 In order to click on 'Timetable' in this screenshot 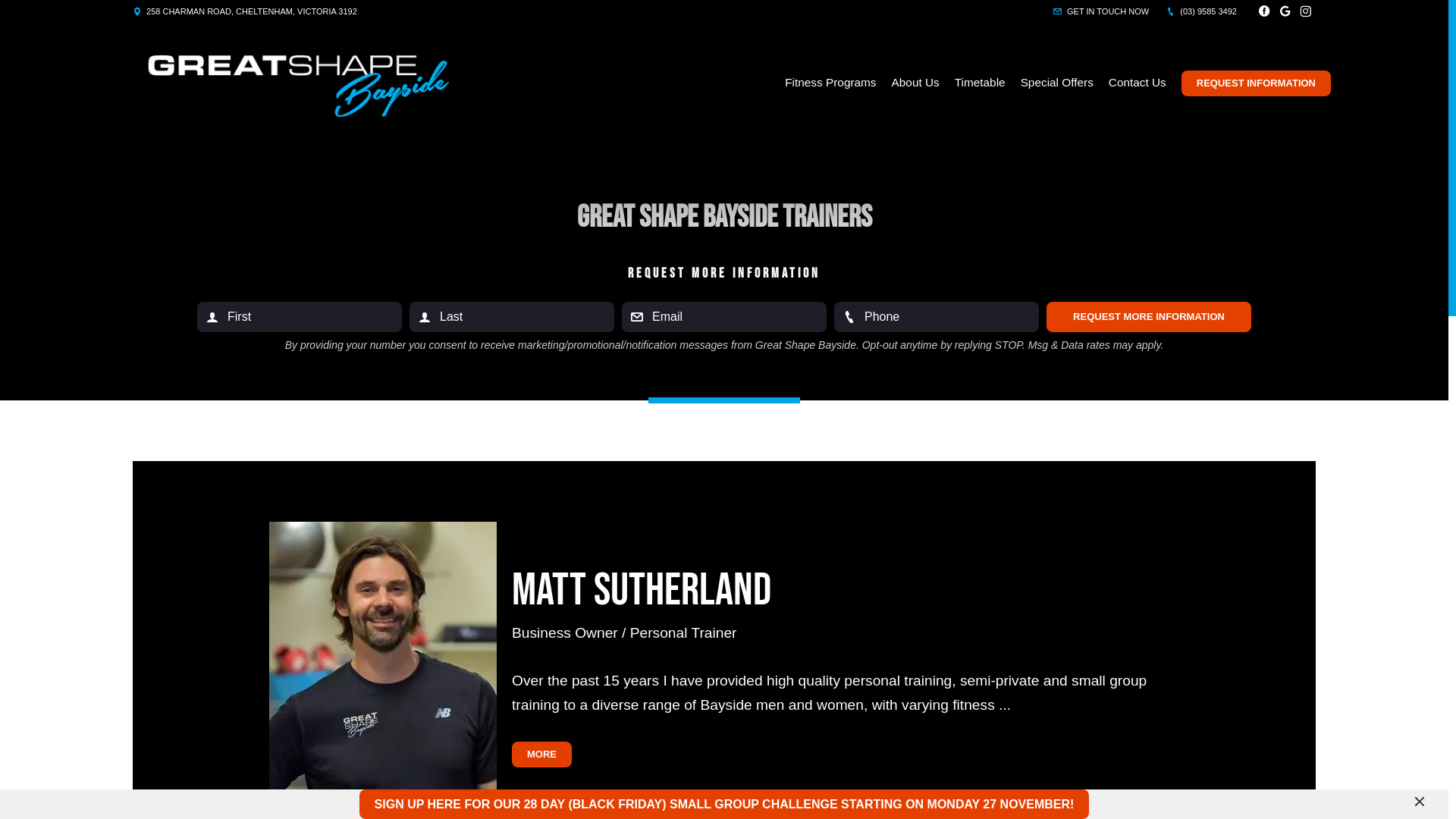, I will do `click(980, 82)`.